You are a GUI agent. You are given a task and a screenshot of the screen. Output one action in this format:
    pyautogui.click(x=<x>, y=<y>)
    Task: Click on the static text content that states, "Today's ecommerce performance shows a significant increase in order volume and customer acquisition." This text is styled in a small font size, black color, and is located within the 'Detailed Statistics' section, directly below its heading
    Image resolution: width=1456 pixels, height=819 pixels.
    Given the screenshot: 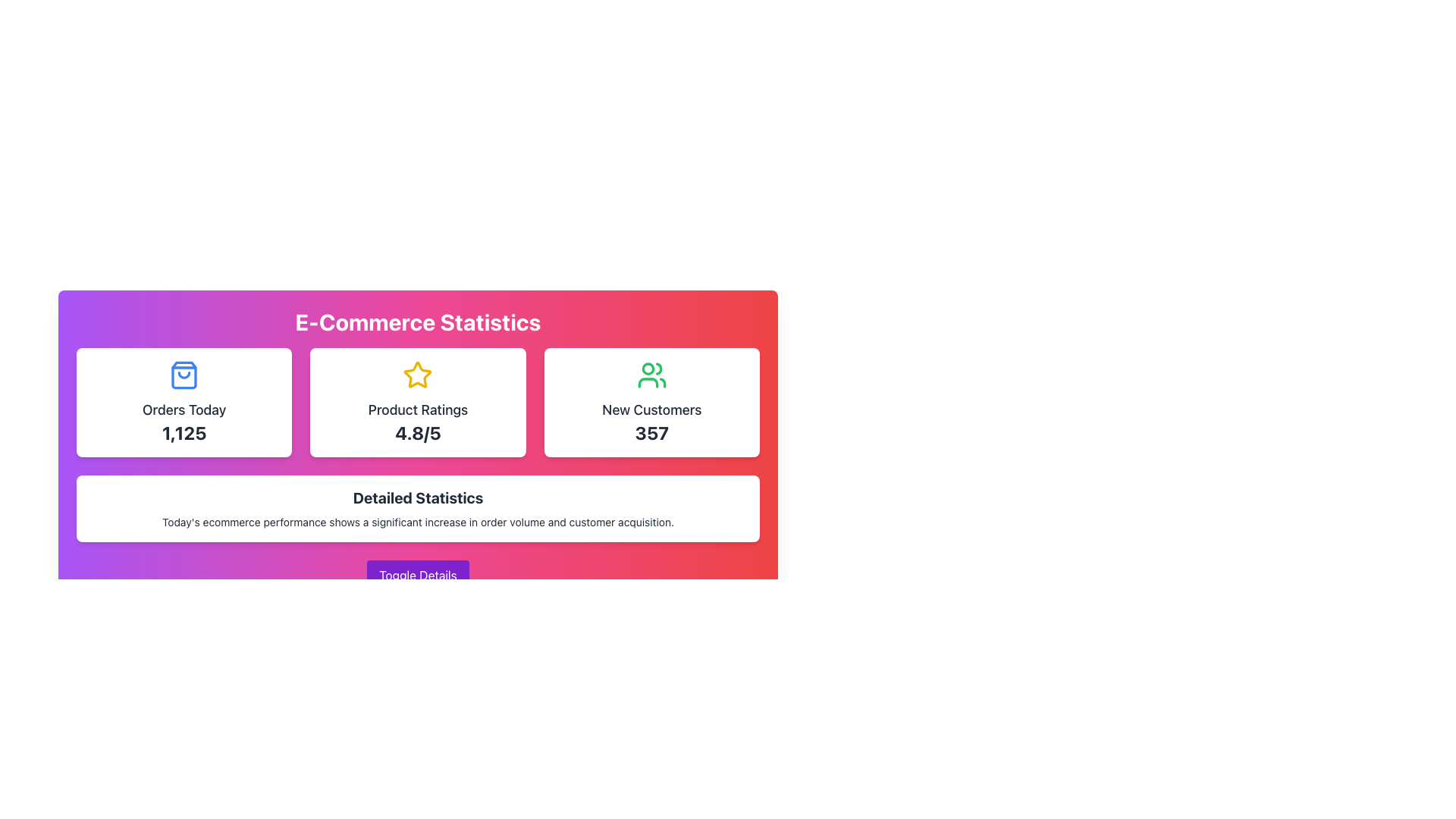 What is the action you would take?
    pyautogui.click(x=418, y=522)
    